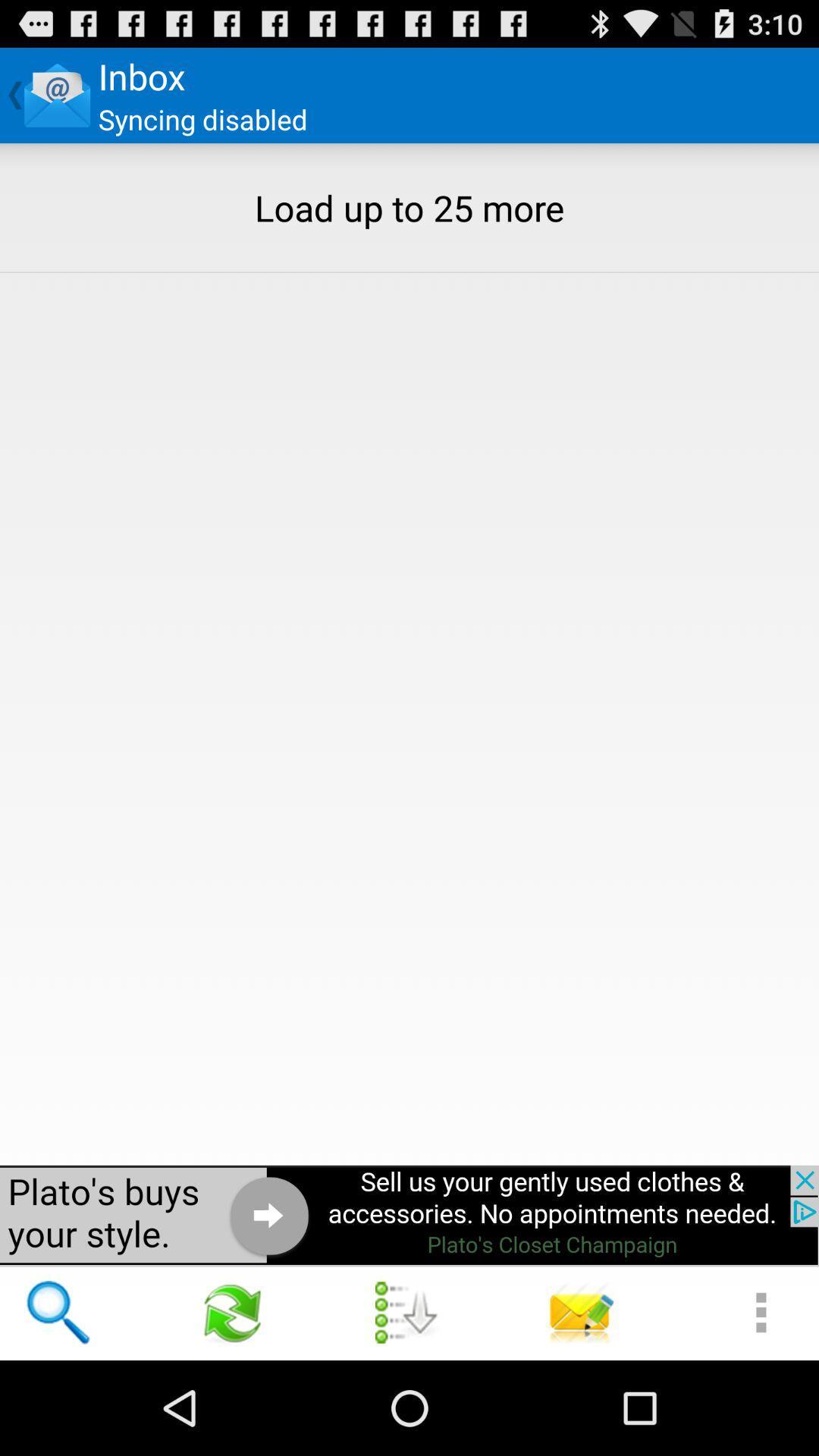 The width and height of the screenshot is (819, 1456). What do you see at coordinates (409, 1215) in the screenshot?
I see `advatisment` at bounding box center [409, 1215].